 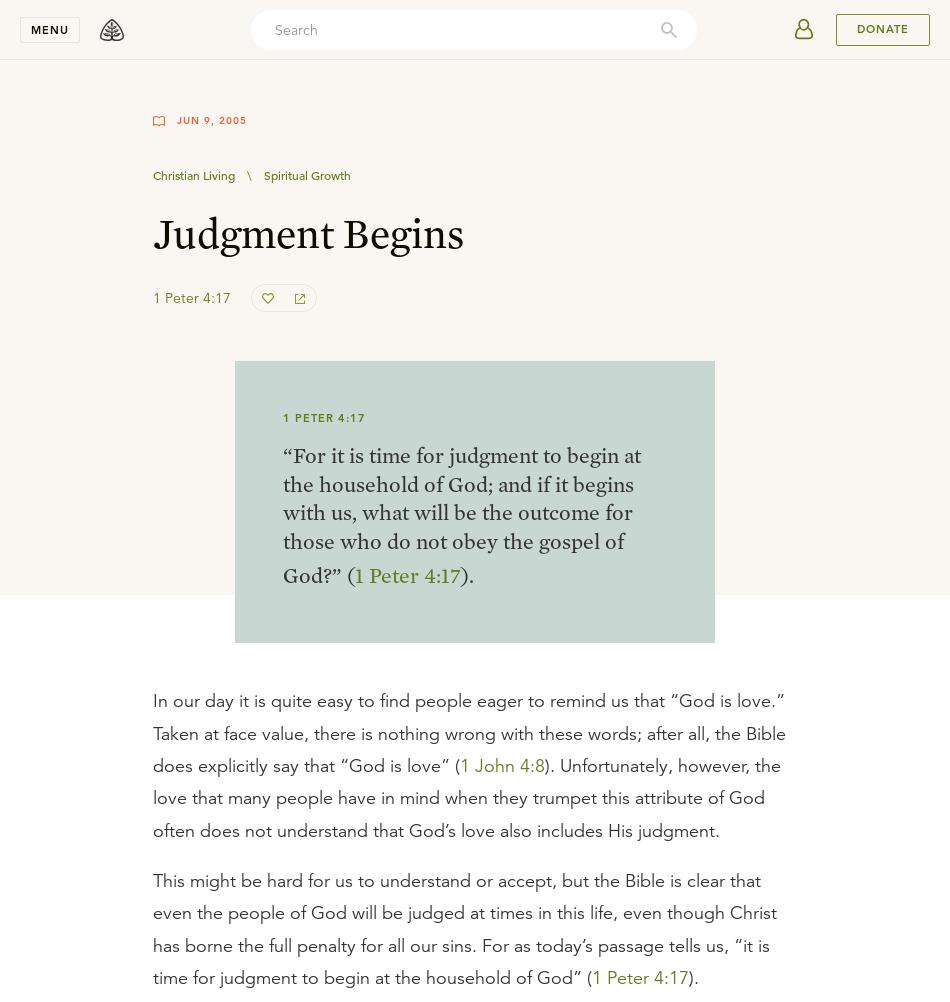 I want to click on 'In our day it is quite easy to find people eager to remind us that “God is love.” Taken at face value, there is nothing wrong with these words; after all, the Bible does explicitly say that “God is love” (', so click(x=468, y=732).